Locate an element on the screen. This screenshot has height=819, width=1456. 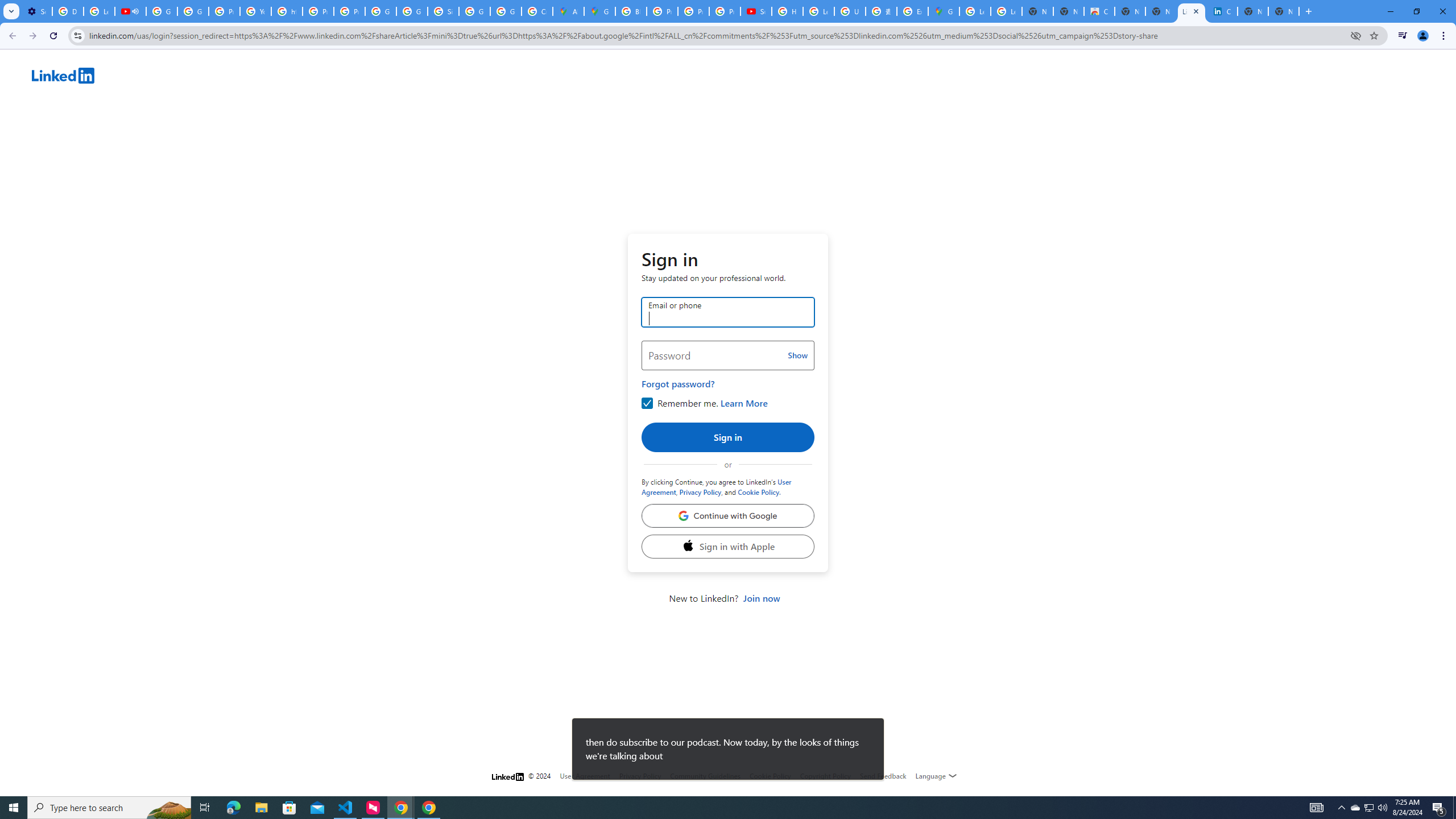
'Subscriptions - YouTube' is located at coordinates (755, 11).